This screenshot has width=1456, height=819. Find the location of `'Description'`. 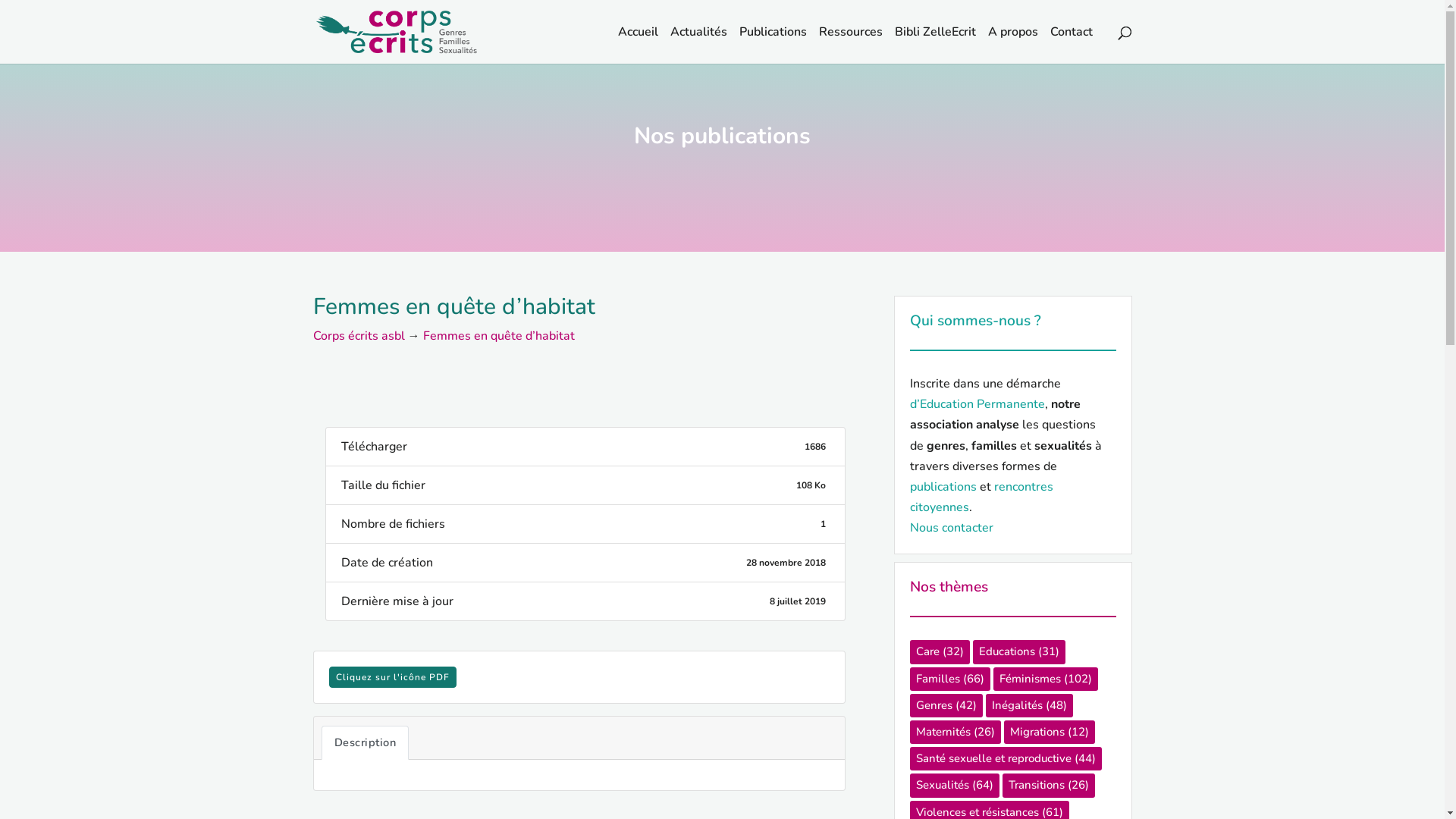

'Description' is located at coordinates (365, 742).